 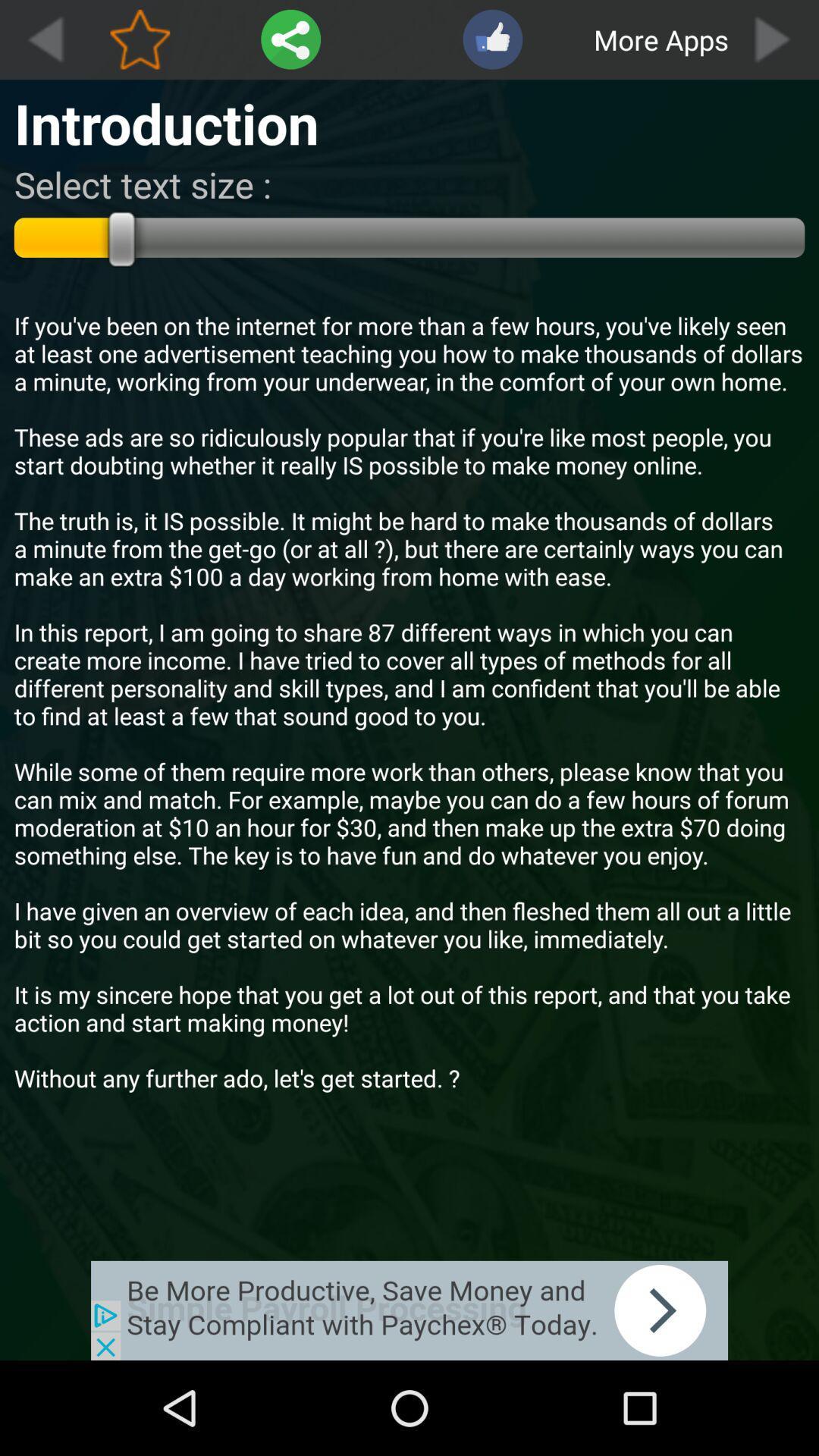 I want to click on like option, so click(x=492, y=39).